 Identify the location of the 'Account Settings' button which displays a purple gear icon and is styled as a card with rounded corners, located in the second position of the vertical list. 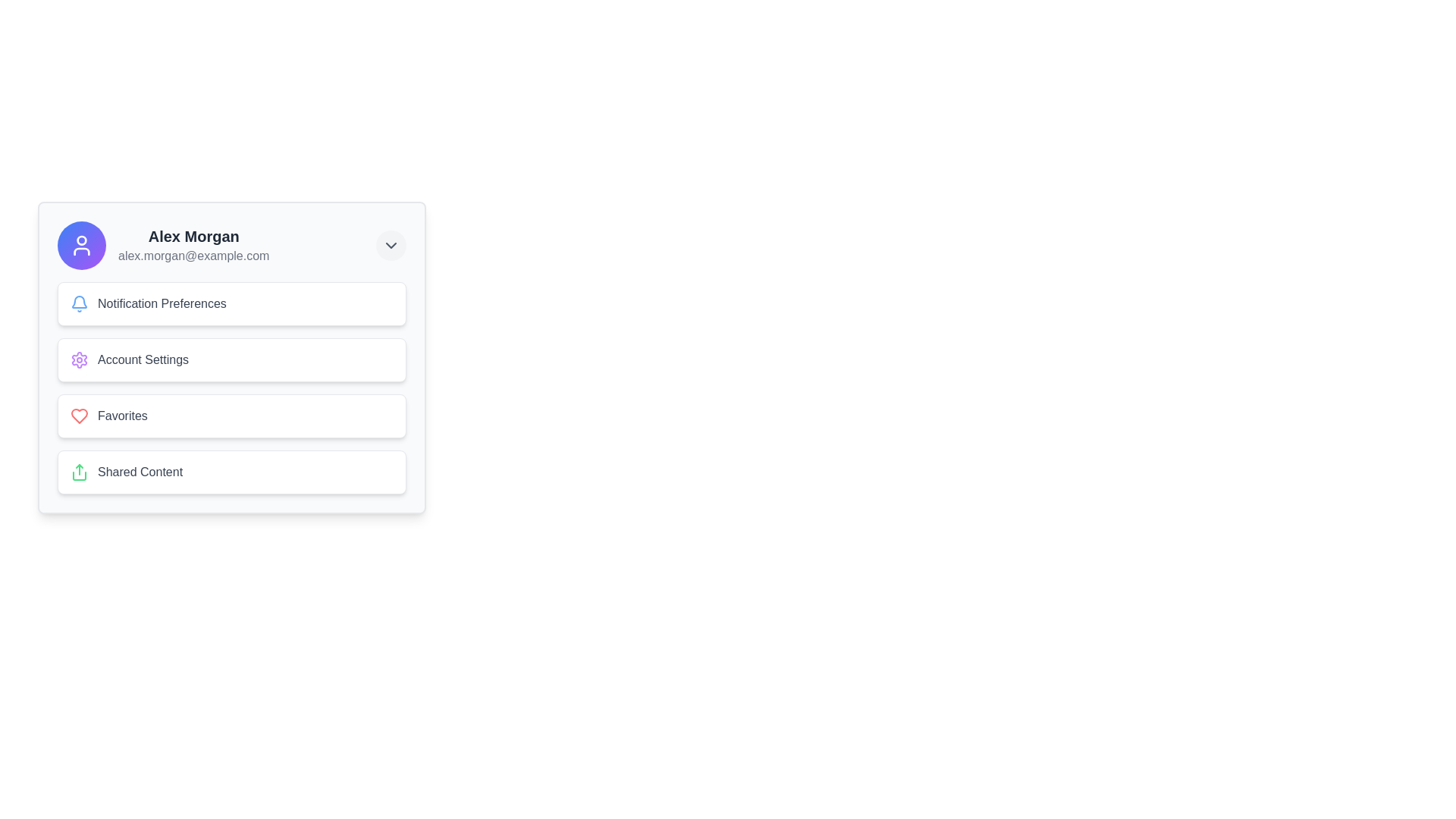
(231, 359).